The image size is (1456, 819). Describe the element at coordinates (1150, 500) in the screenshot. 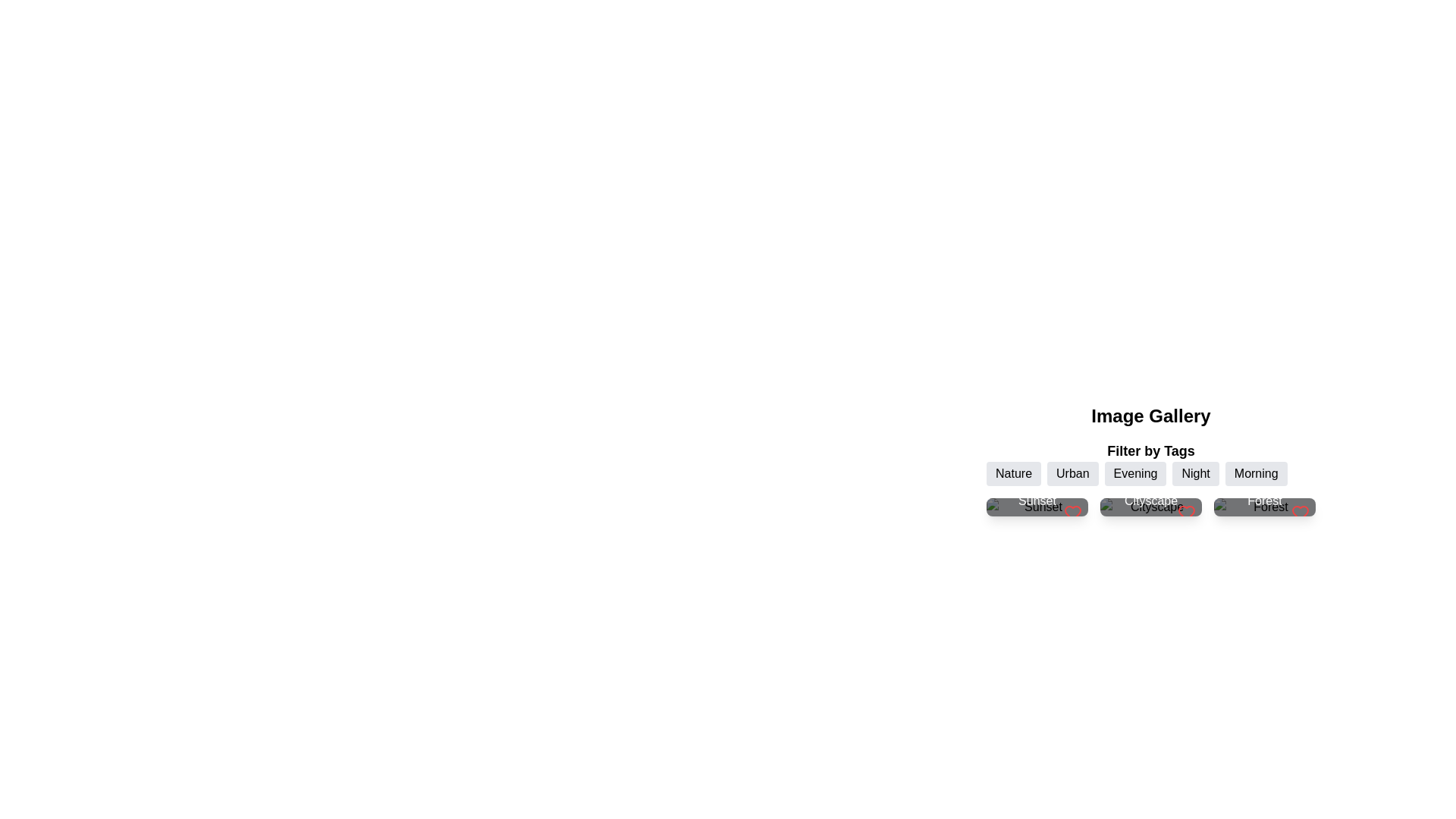

I see `the label/text display located at the bottom of the second image card from the left in a horizontal grid layout` at that location.